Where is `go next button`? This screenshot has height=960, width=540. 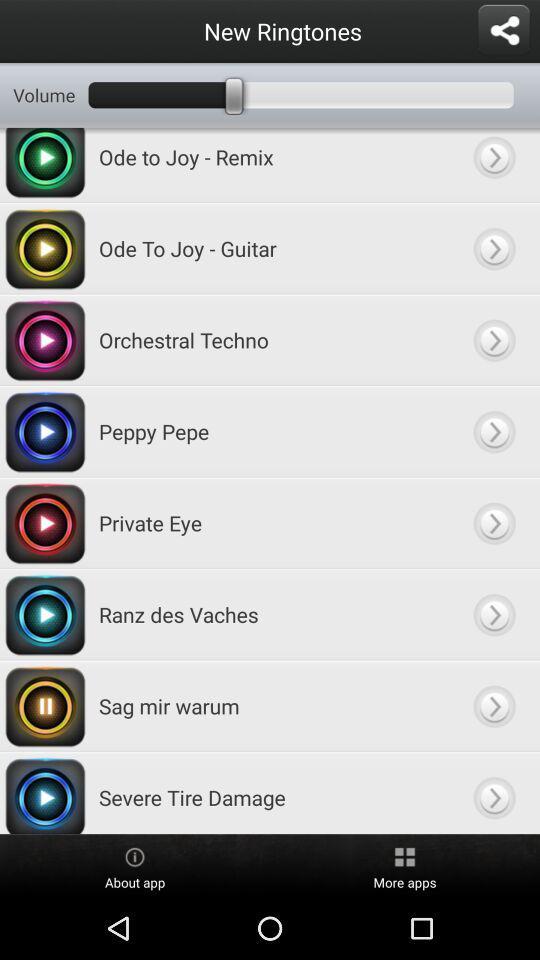 go next button is located at coordinates (493, 340).